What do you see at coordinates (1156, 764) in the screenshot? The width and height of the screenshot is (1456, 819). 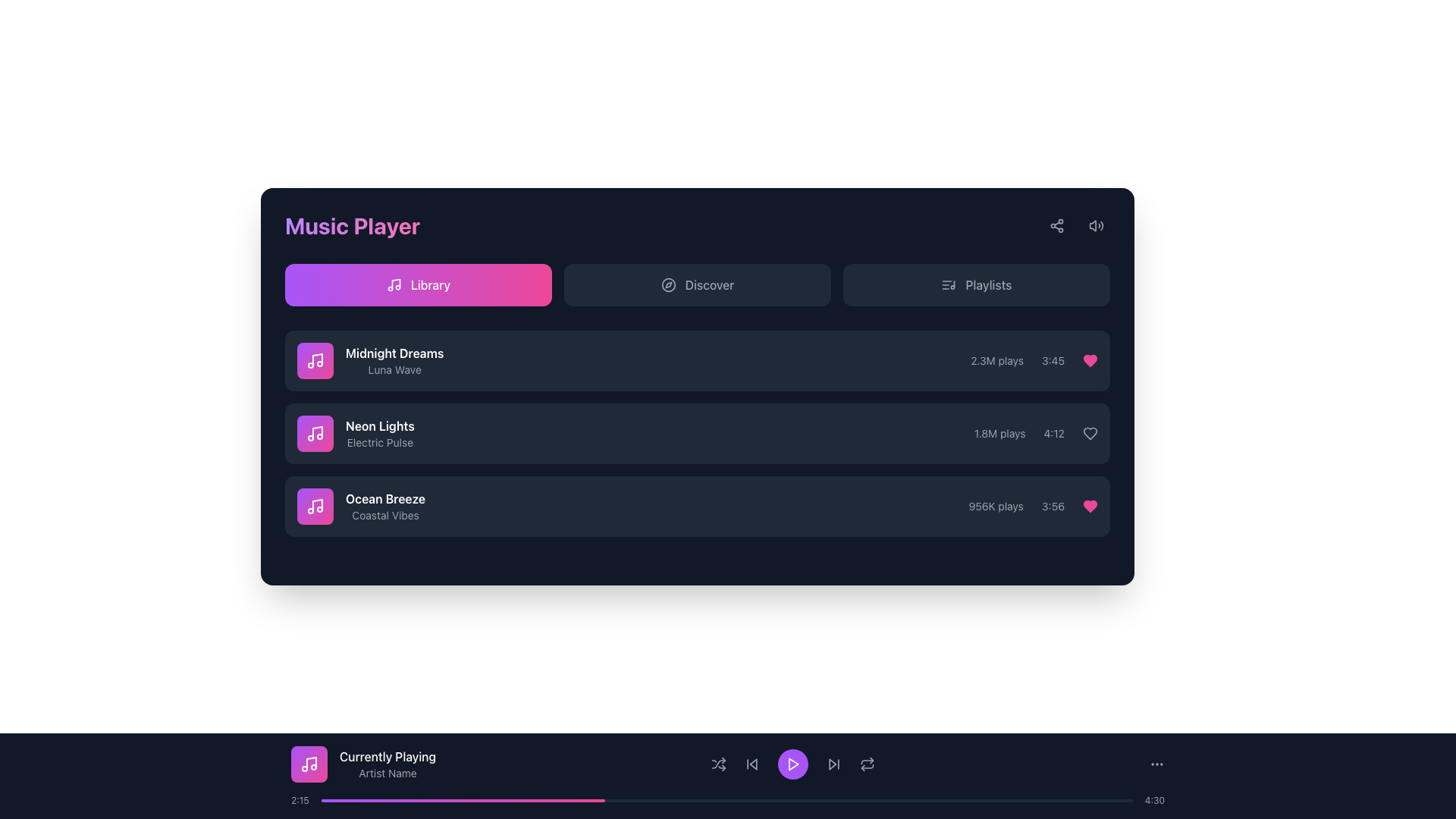 I see `the options menu represented by the three-dots icon button located at the far right of the bottom control bar in the music player interface for keyboard navigation` at bounding box center [1156, 764].